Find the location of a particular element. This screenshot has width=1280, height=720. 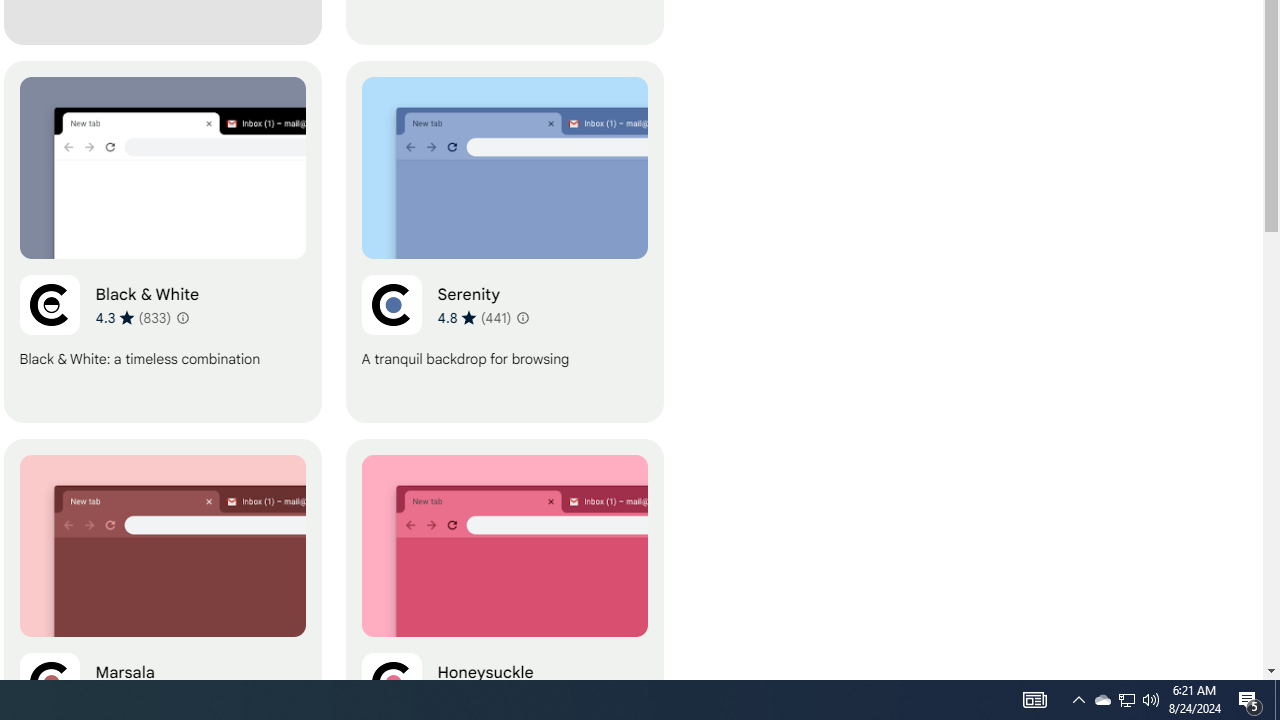

'Average rating 4.3 out of 5 stars. 833 ratings.' is located at coordinates (132, 316).